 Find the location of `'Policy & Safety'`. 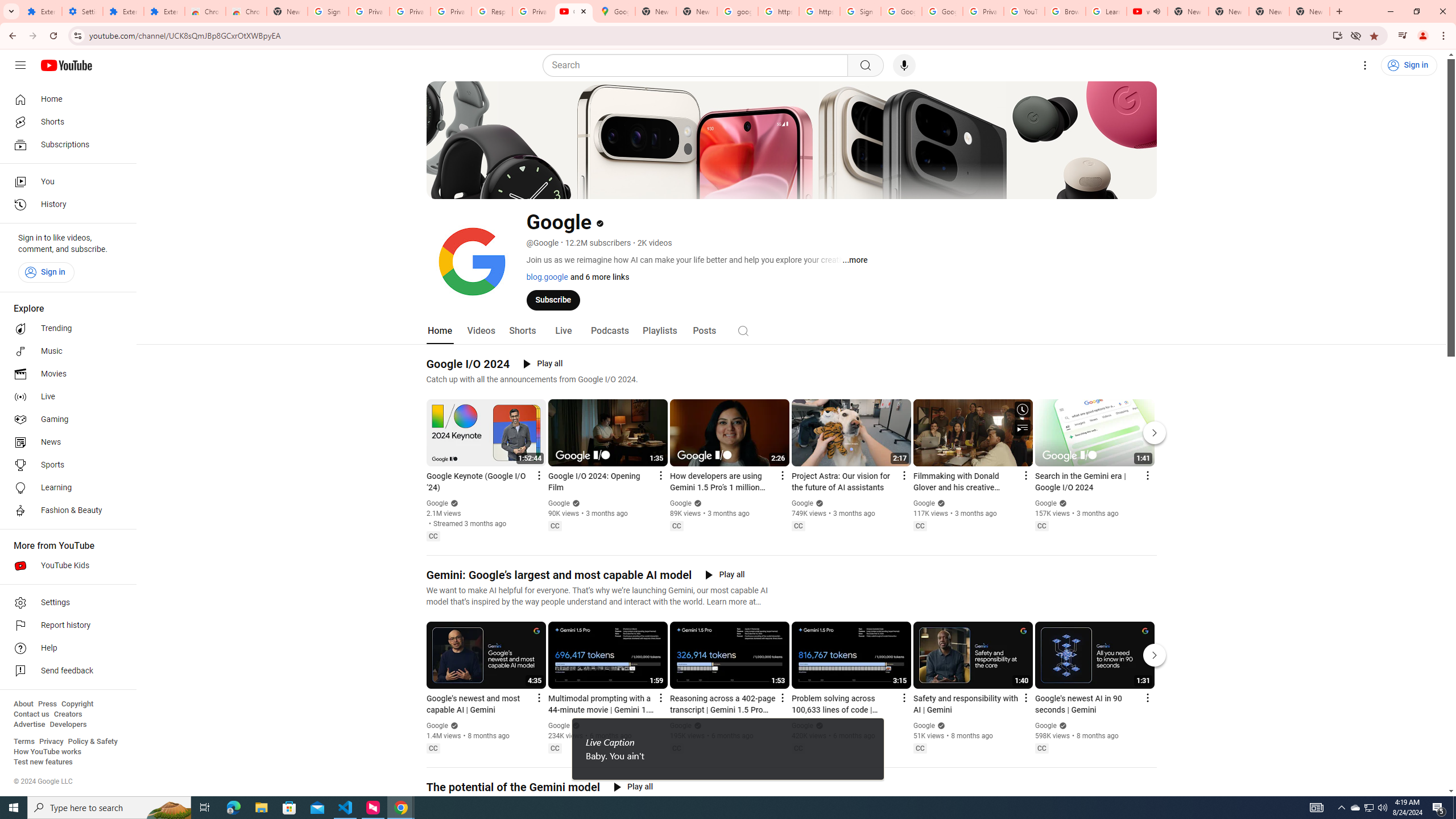

'Policy & Safety' is located at coordinates (92, 741).